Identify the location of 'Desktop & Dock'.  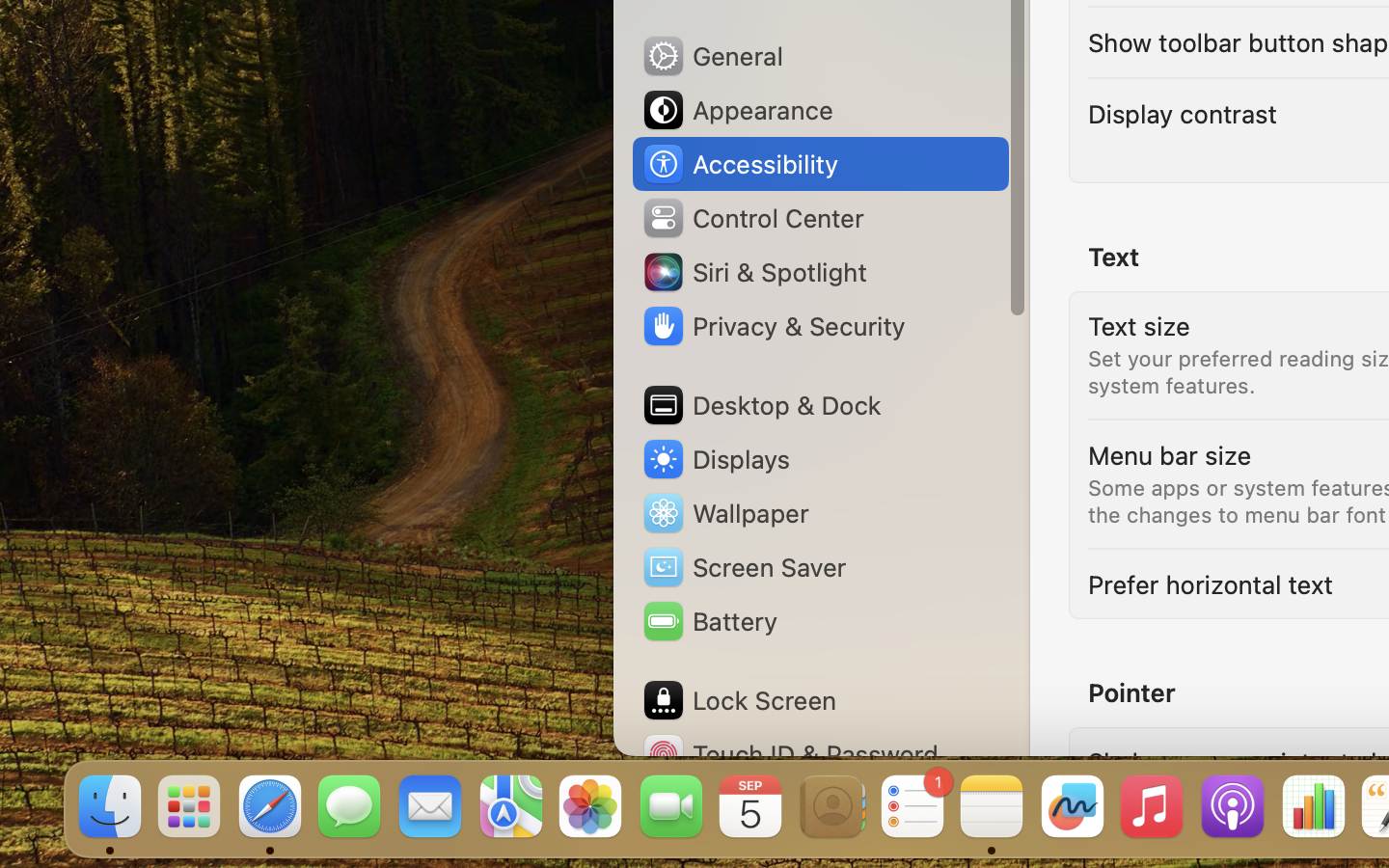
(760, 405).